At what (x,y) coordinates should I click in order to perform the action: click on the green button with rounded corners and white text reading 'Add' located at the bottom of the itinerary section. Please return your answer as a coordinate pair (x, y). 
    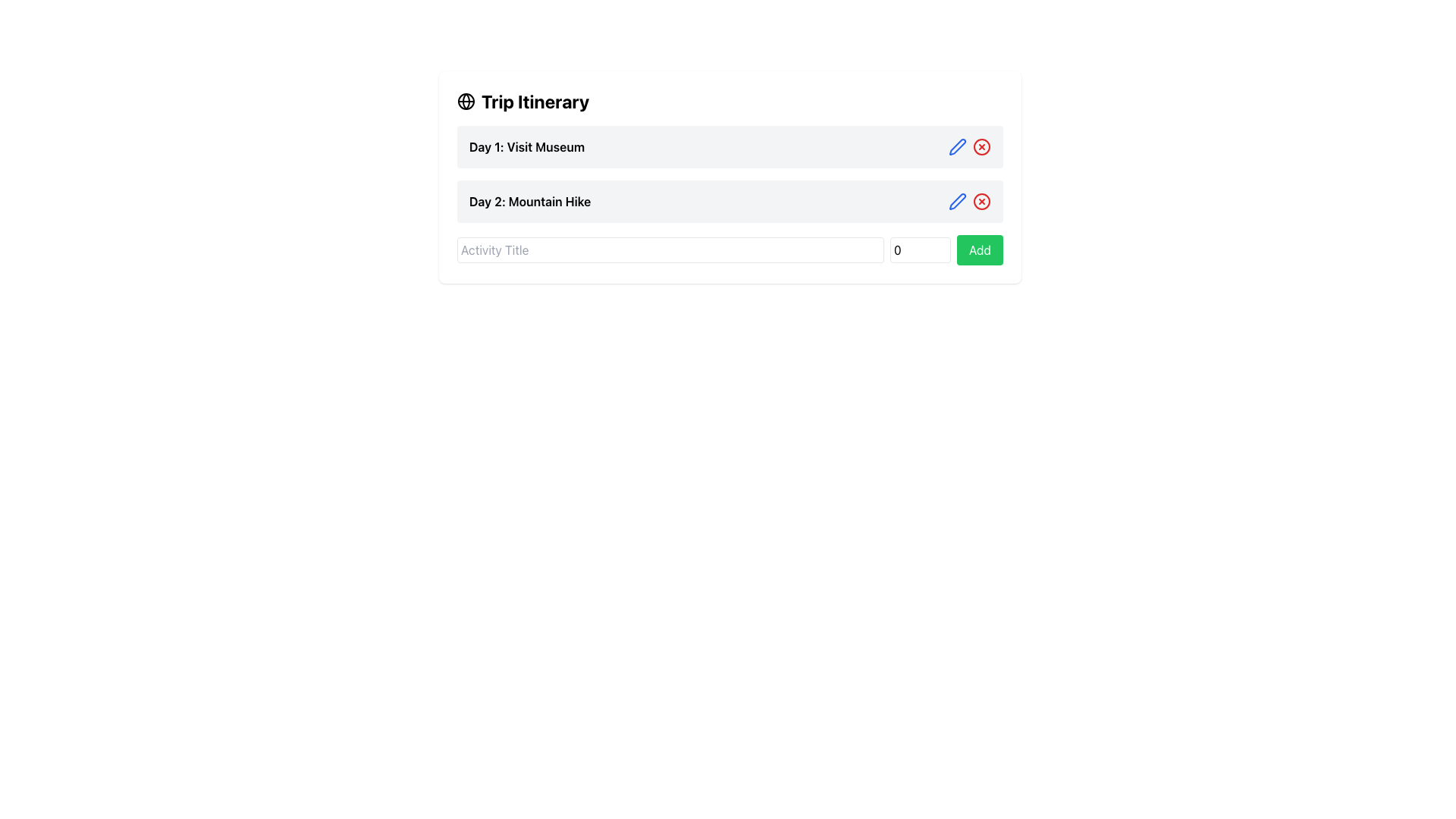
    Looking at the image, I should click on (979, 249).